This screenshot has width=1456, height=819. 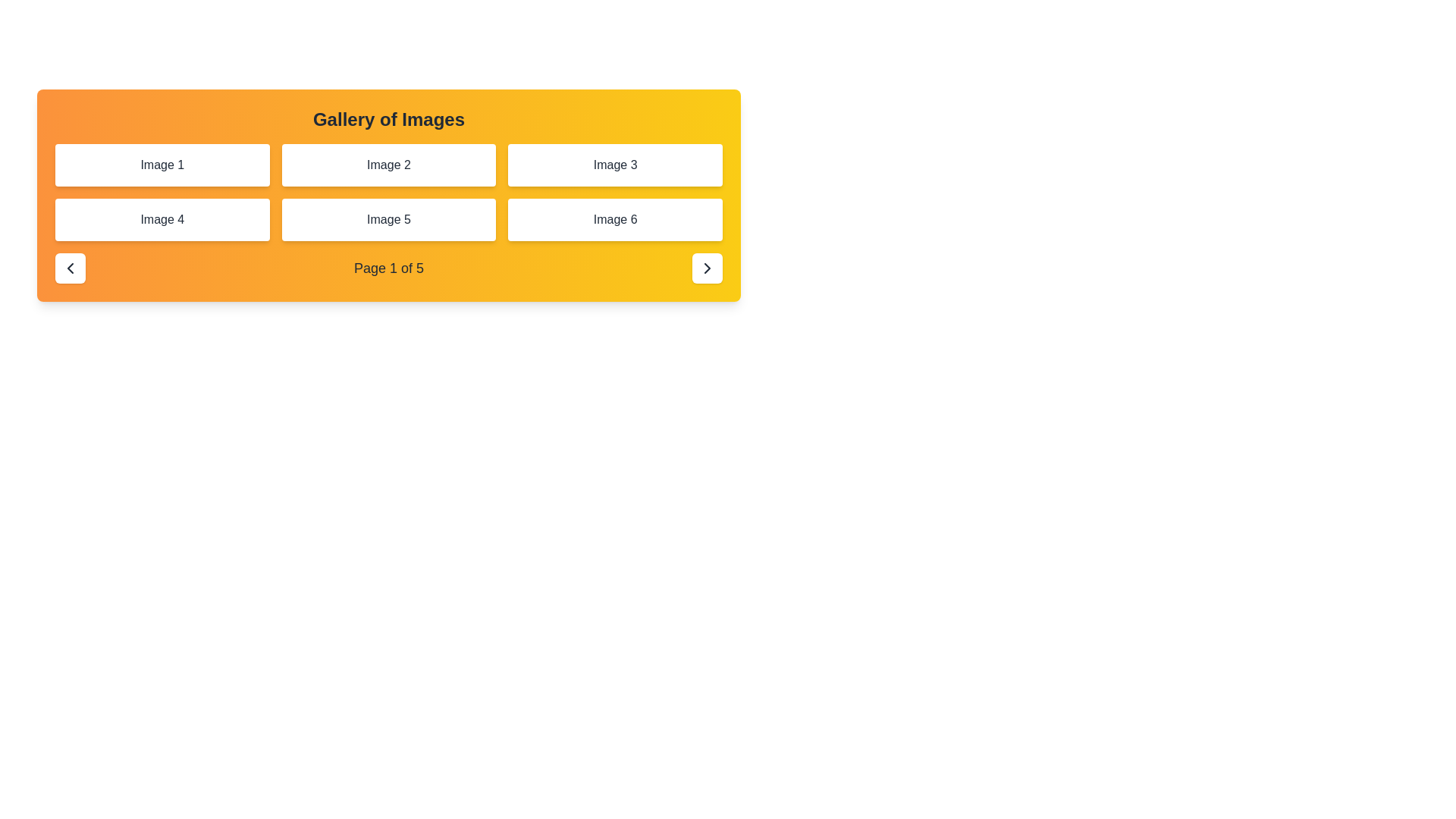 I want to click on the static display card that displays 'Image 2', which is a white rectangular card with rounded corners and a shadow effect, located in the first row and middle column of the grid layout, so click(x=389, y=165).